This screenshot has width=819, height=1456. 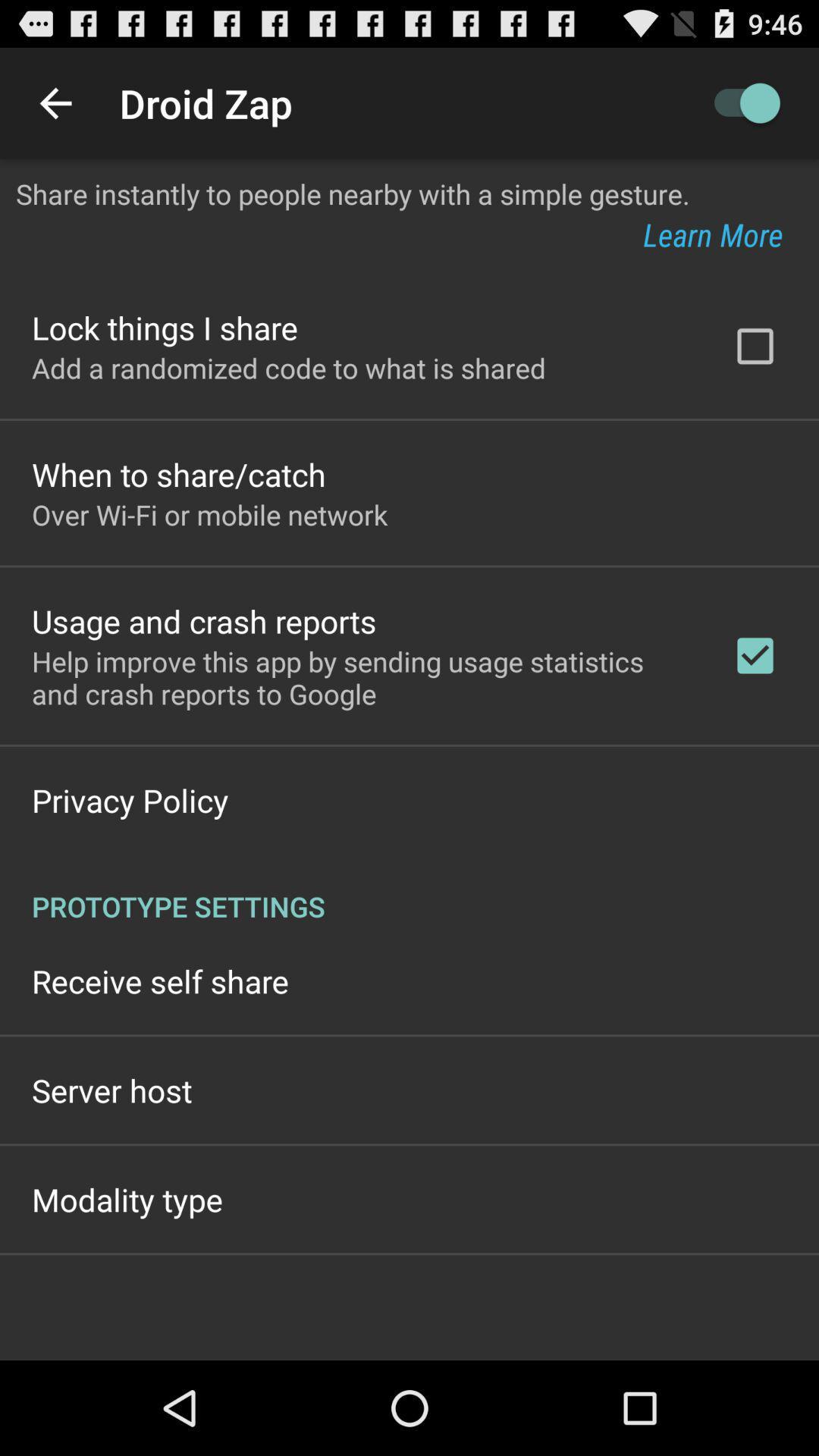 What do you see at coordinates (127, 1198) in the screenshot?
I see `the item below server host item` at bounding box center [127, 1198].